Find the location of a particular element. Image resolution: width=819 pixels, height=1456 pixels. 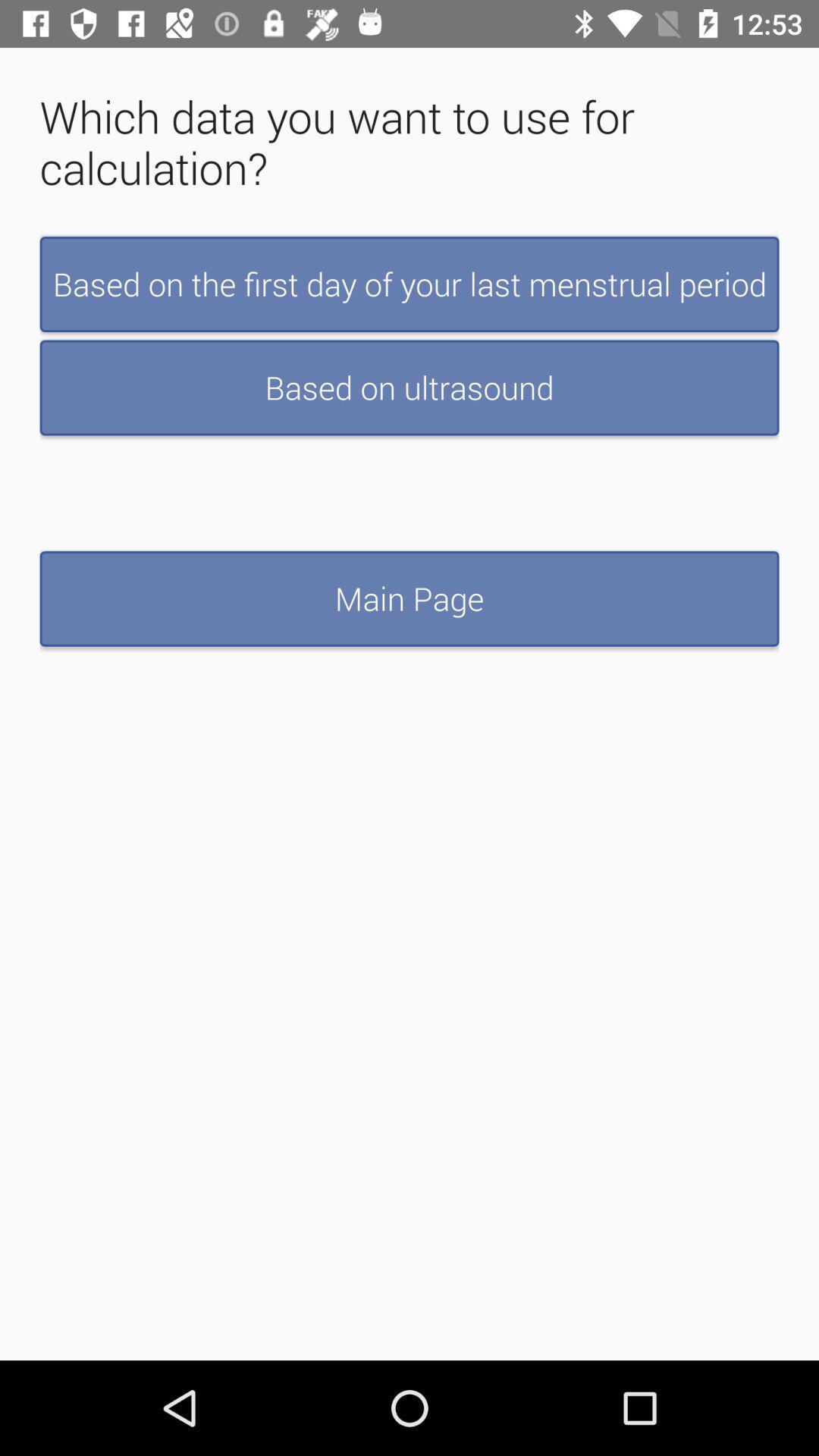

the main page icon is located at coordinates (409, 598).